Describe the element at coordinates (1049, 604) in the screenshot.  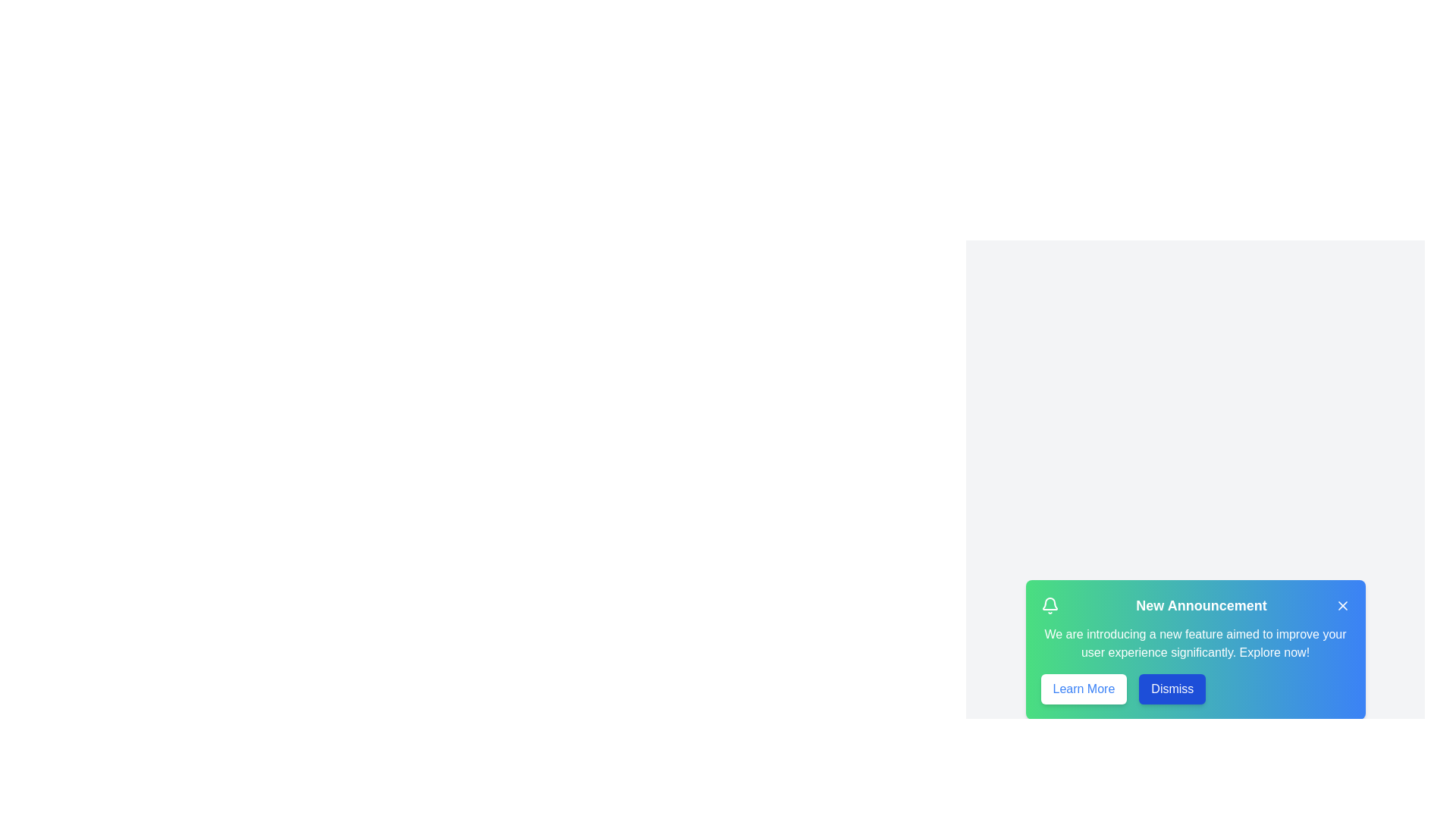
I see `the bell icon located to the left of the text 'New Announcement' in the top-left corner of the announcement banner` at that location.